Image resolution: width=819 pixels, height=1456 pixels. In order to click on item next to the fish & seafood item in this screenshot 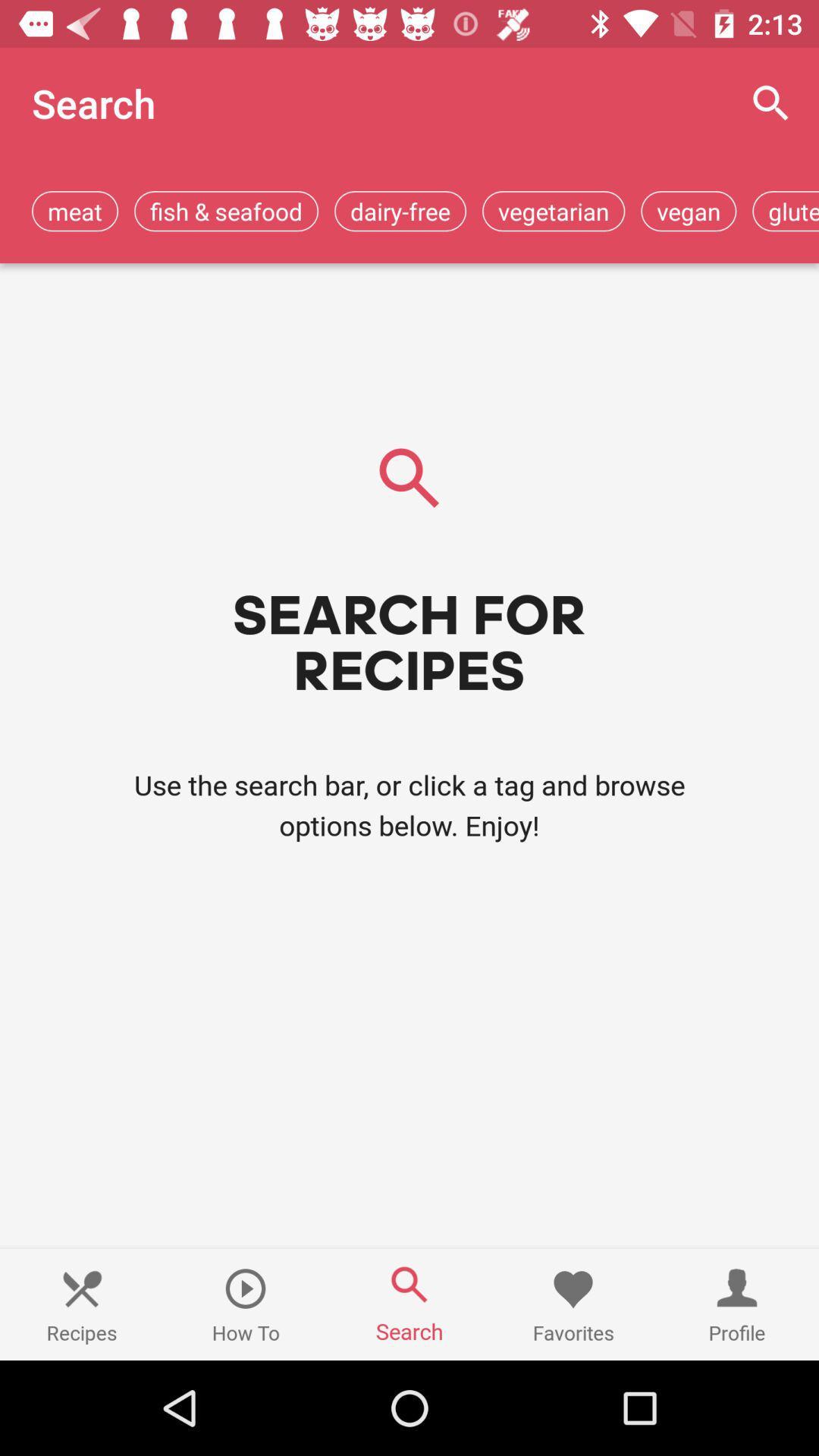, I will do `click(400, 210)`.